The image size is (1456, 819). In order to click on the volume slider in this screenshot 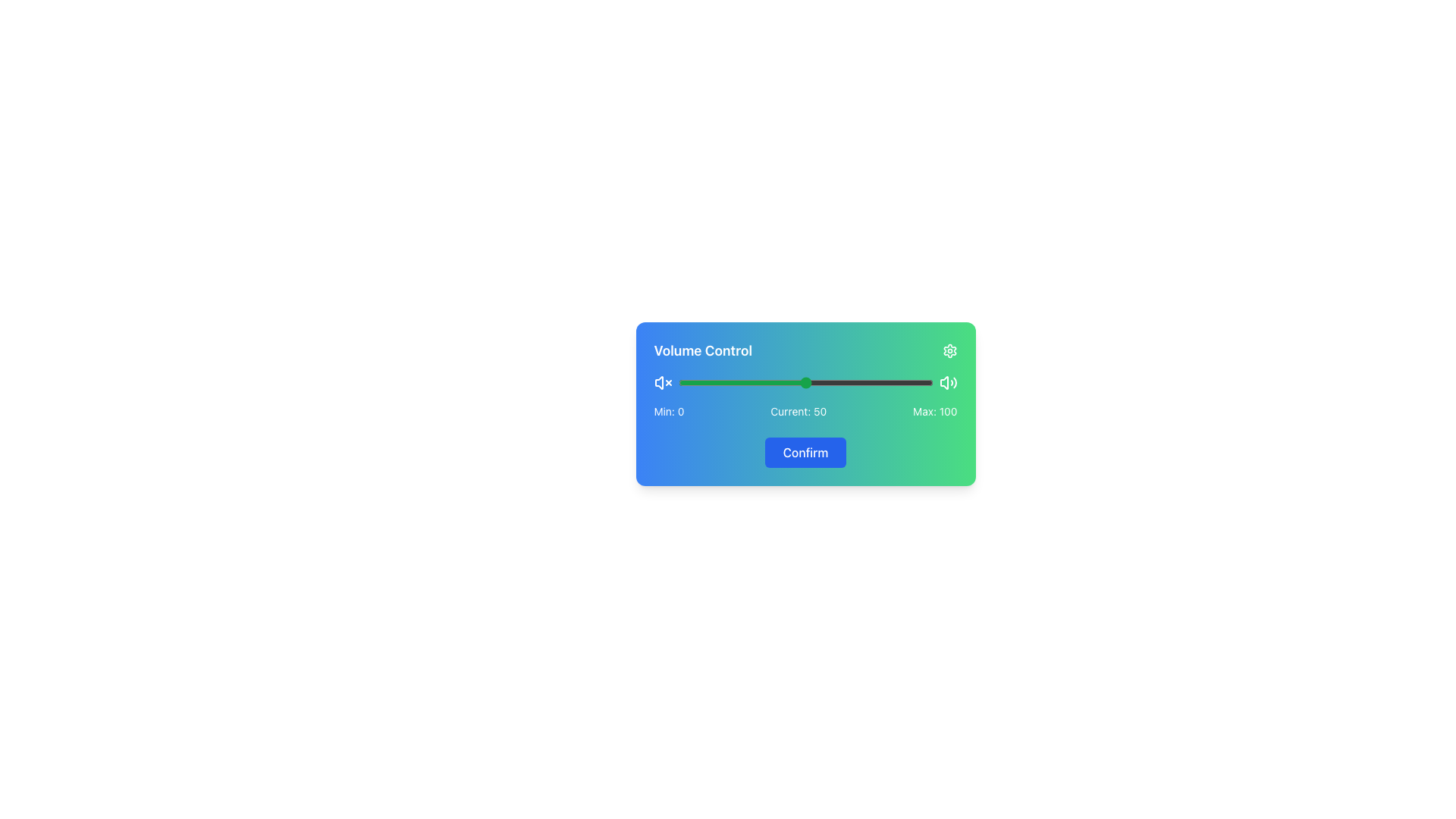, I will do `click(795, 382)`.